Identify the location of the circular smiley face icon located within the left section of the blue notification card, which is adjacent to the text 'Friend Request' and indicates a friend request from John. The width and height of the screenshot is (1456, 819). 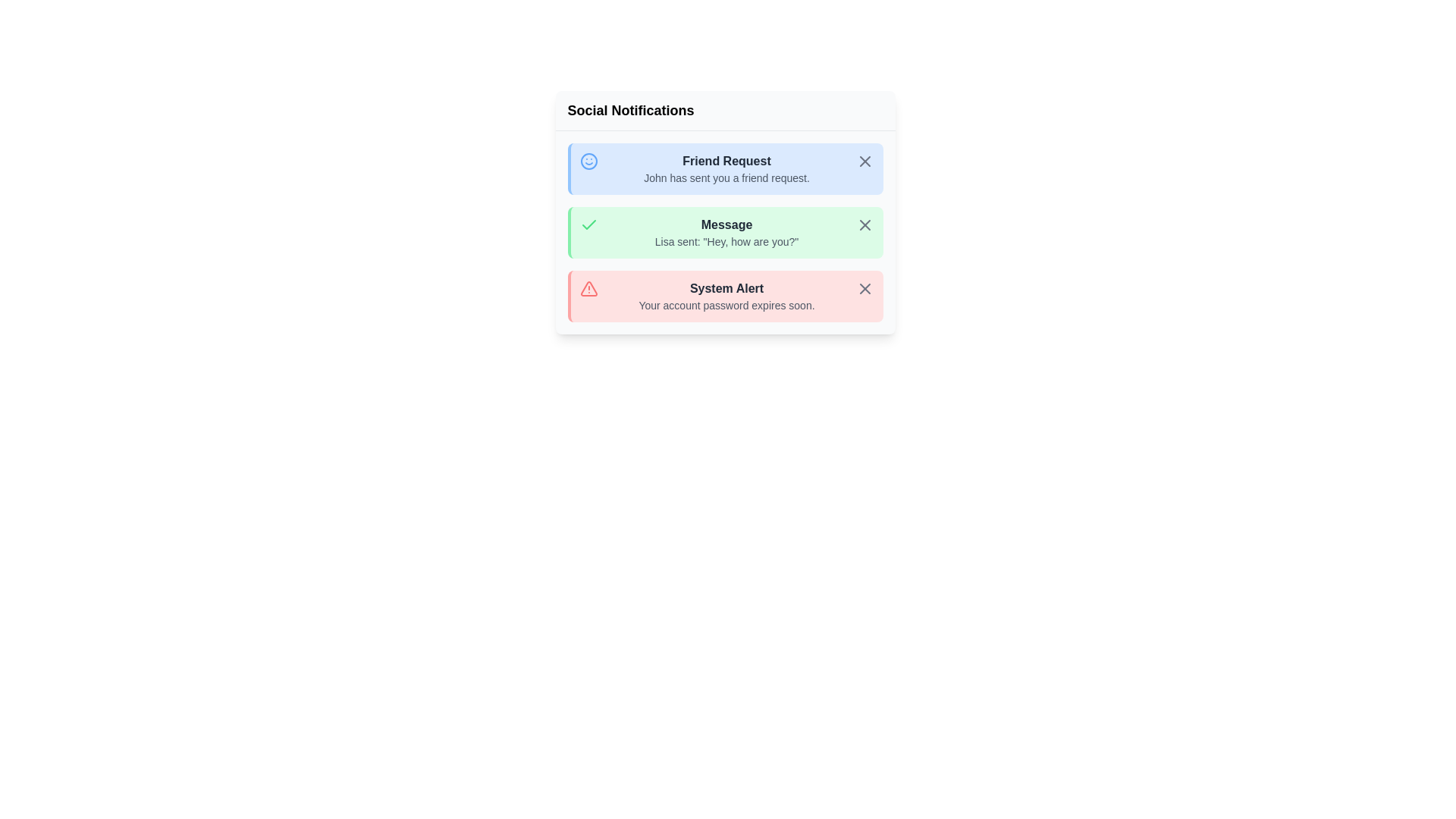
(588, 161).